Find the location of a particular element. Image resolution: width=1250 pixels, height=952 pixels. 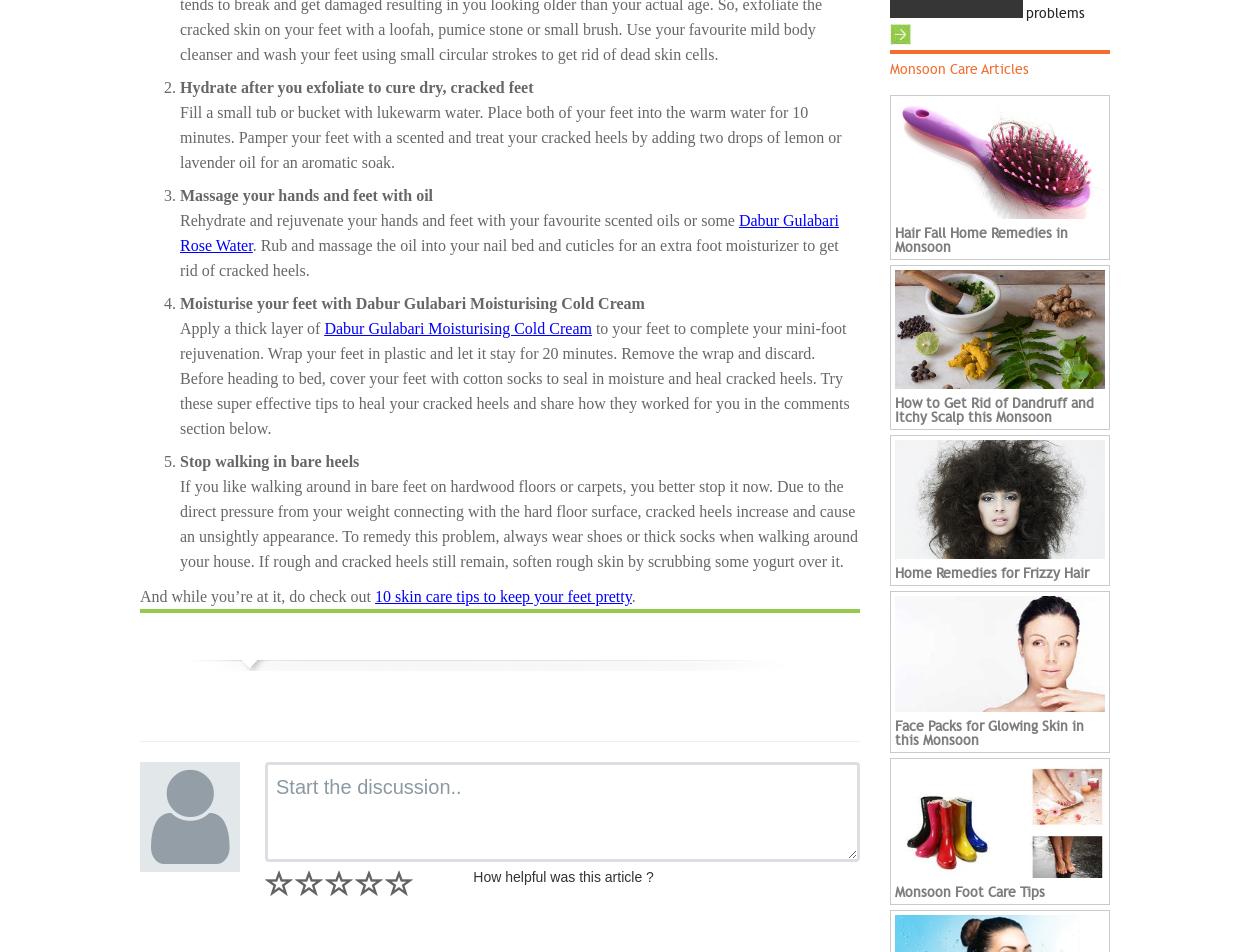

'Rehydrate and rejuvenate your hands and feet with your favourite scented oils or some' is located at coordinates (458, 219).